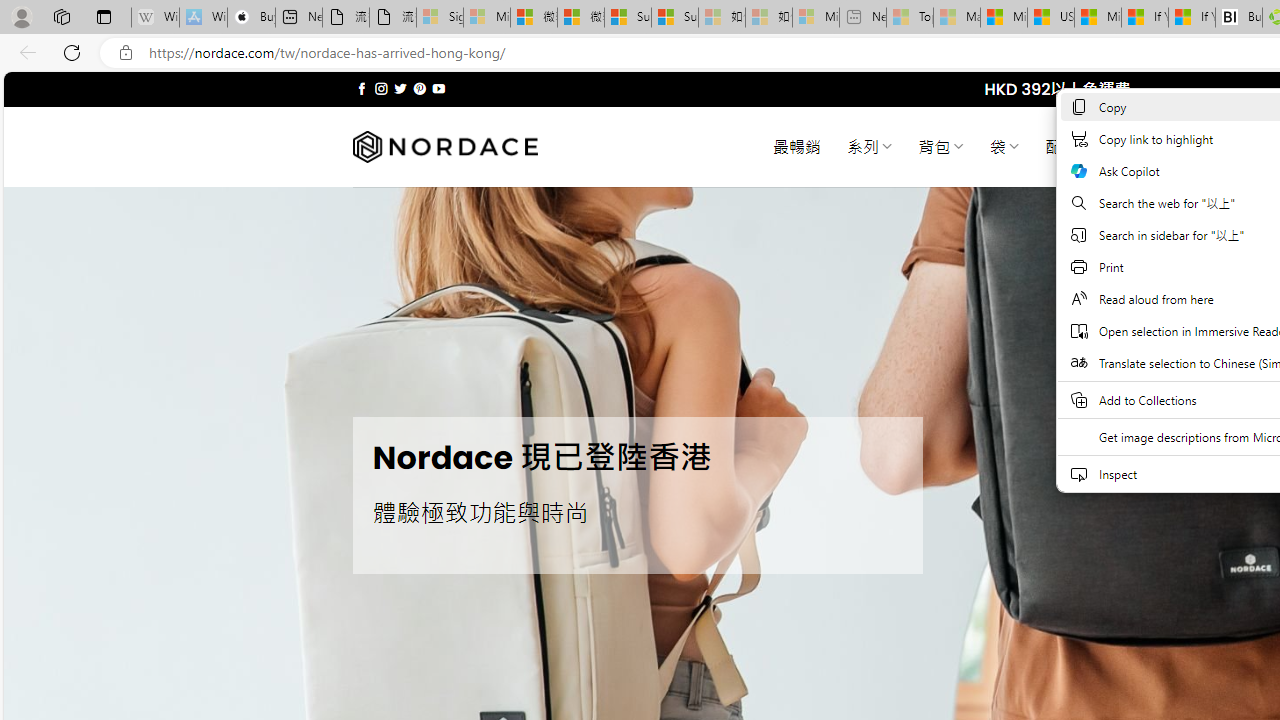 The image size is (1280, 720). What do you see at coordinates (438, 88) in the screenshot?
I see `'Follow on YouTube'` at bounding box center [438, 88].